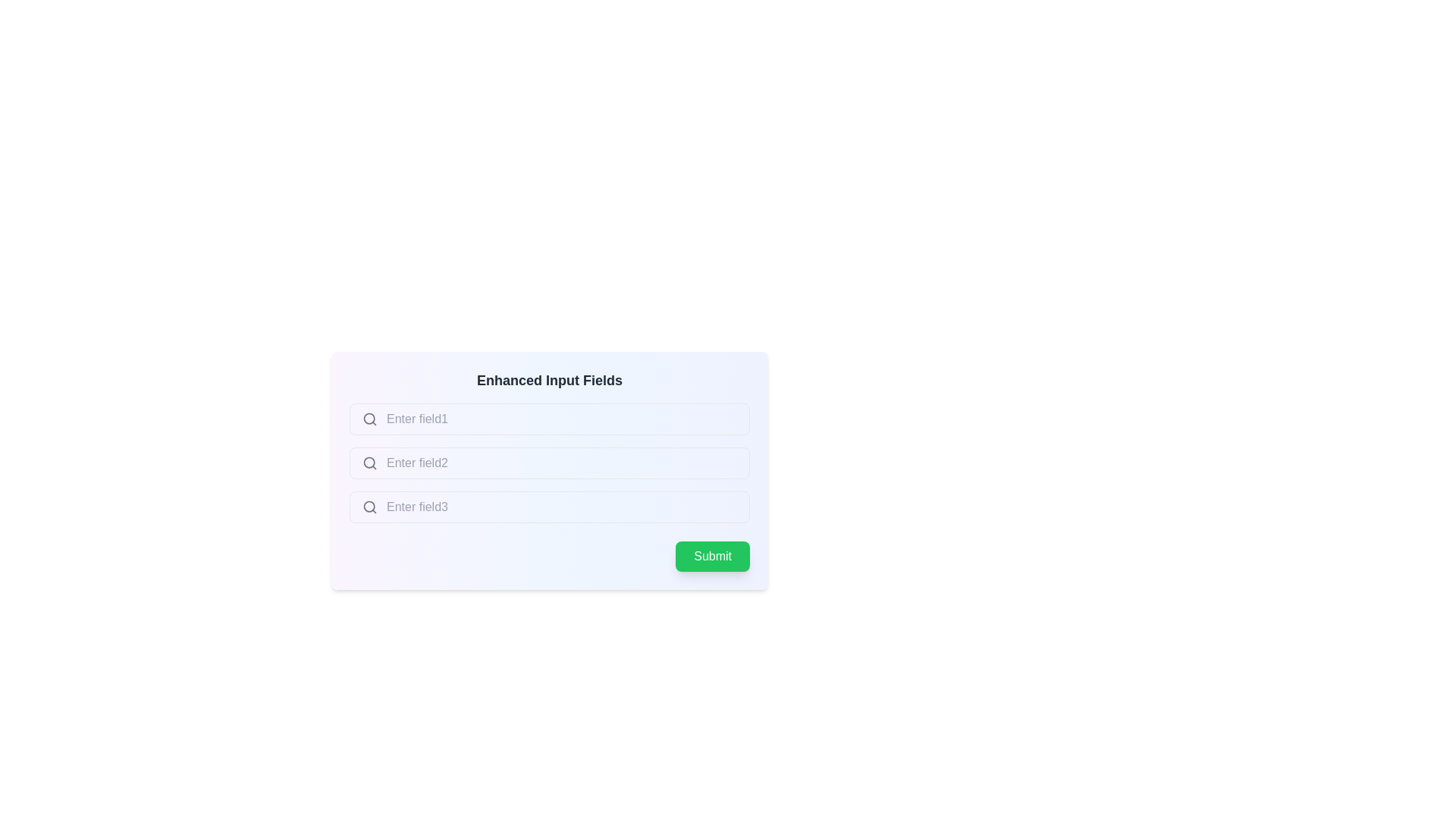 This screenshot has height=819, width=1456. What do you see at coordinates (369, 419) in the screenshot?
I see `the search icon element, which is part of the magnifying glass icon positioned within the first input field's icon to the left of the text box containing the placeholder text 'Enter field1'` at bounding box center [369, 419].